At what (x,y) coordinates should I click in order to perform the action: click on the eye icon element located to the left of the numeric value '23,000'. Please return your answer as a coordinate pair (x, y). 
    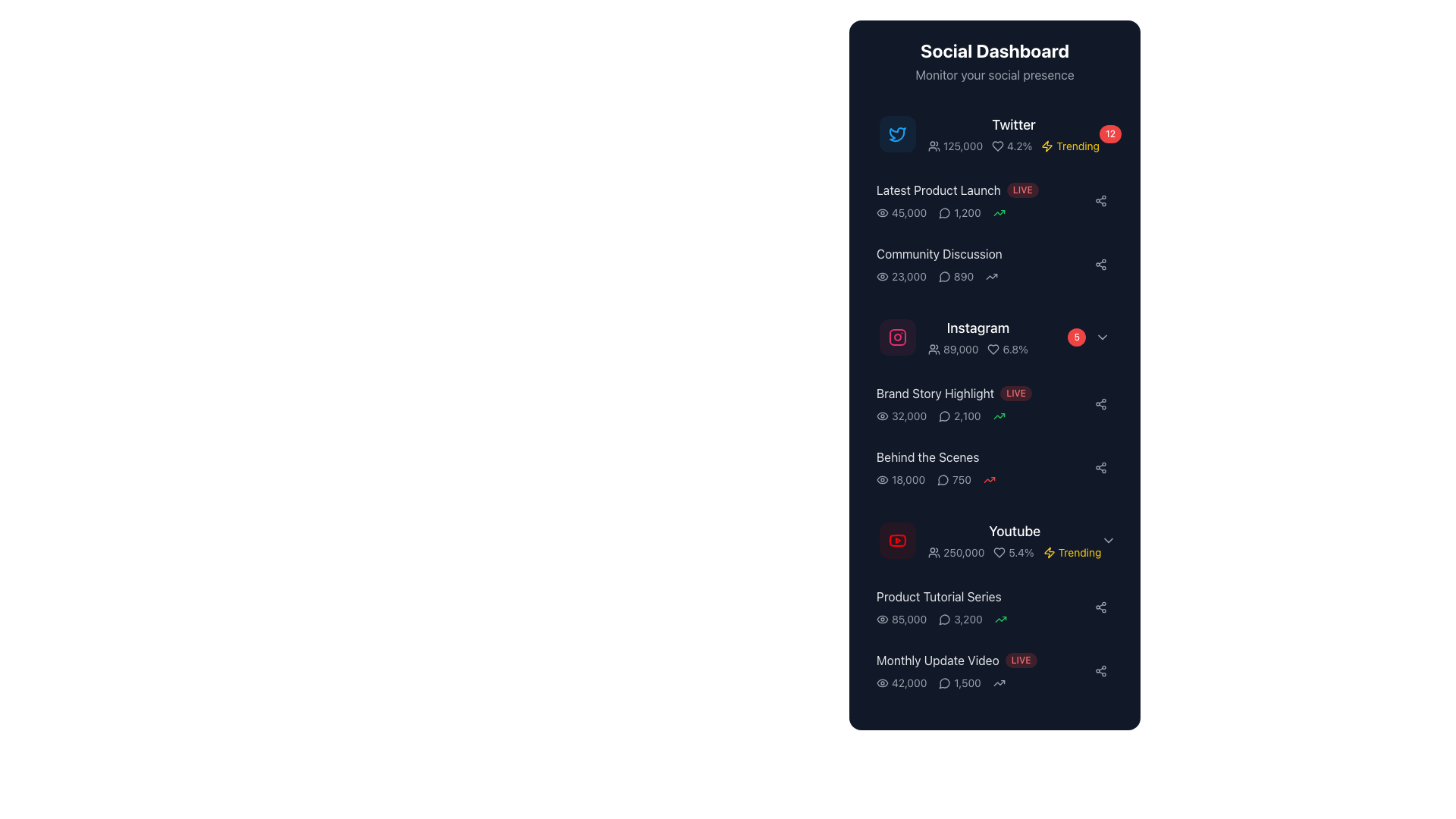
    Looking at the image, I should click on (882, 277).